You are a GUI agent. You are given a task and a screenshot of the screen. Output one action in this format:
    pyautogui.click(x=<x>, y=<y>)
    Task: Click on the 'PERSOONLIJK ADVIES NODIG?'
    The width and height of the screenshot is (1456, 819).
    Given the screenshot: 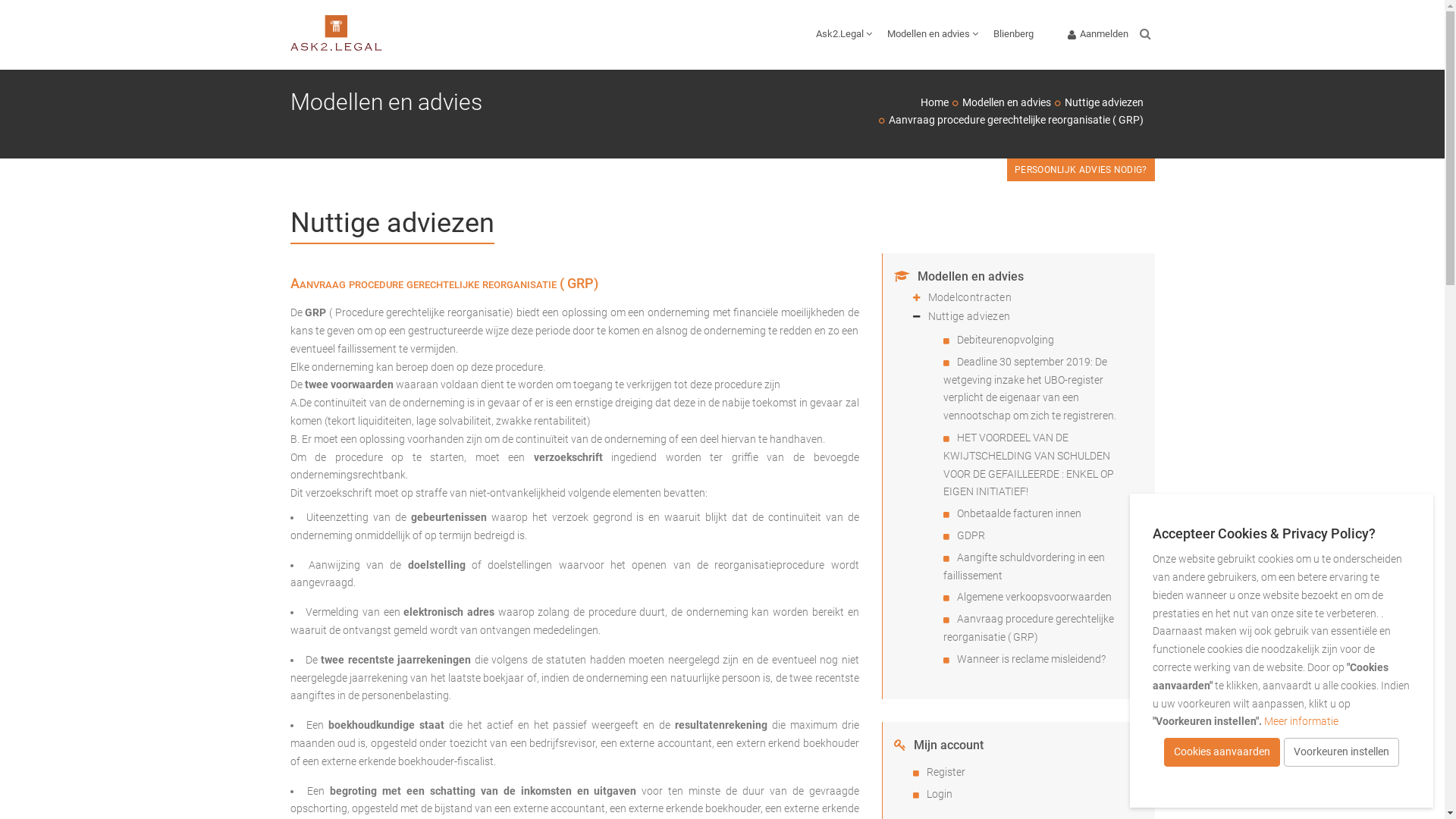 What is the action you would take?
    pyautogui.click(x=1080, y=169)
    